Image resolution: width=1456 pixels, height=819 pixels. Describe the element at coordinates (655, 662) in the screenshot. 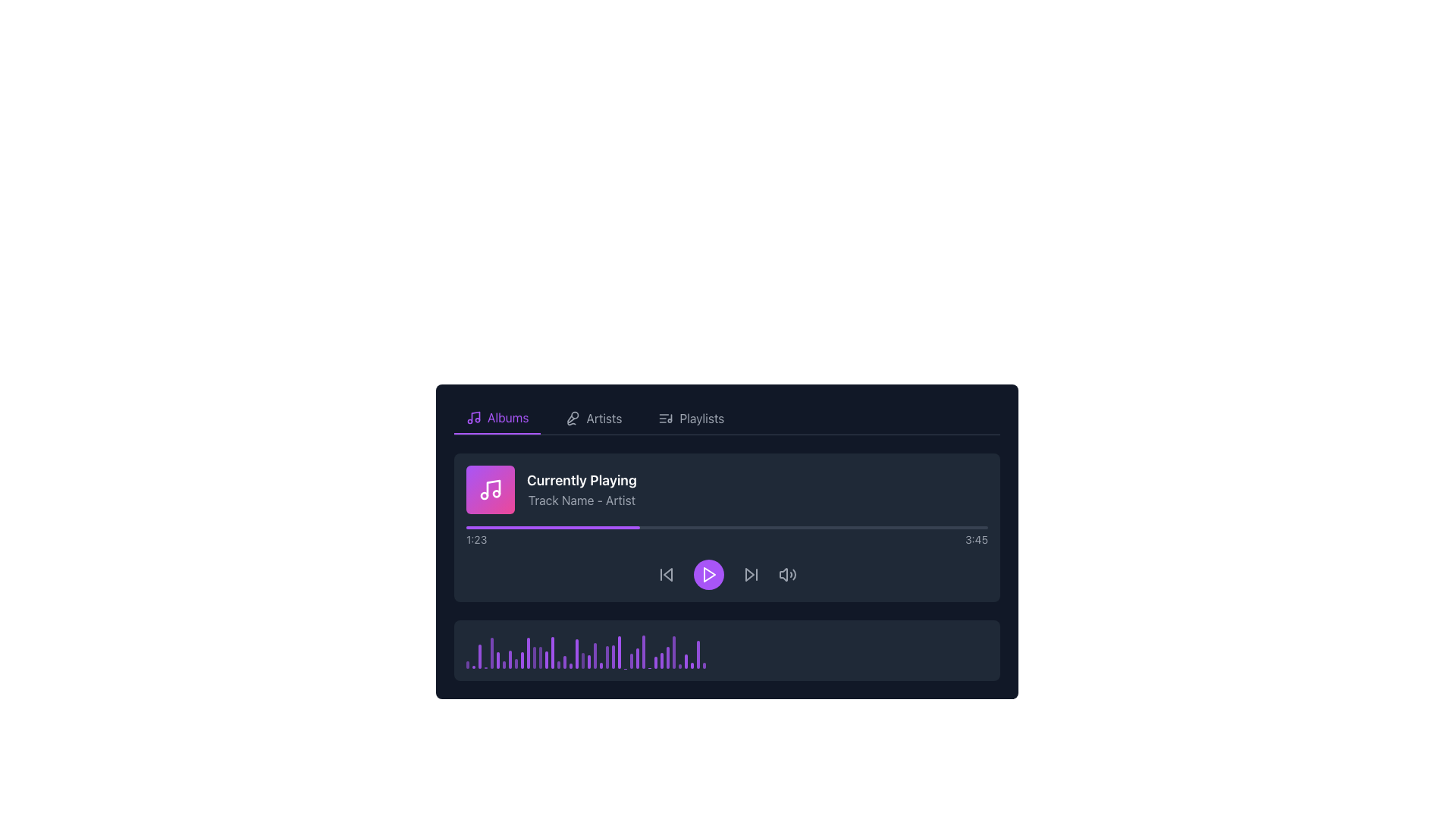

I see `the 30th vertical purple bar in the bar graph at the bottom of the music player interface` at that location.